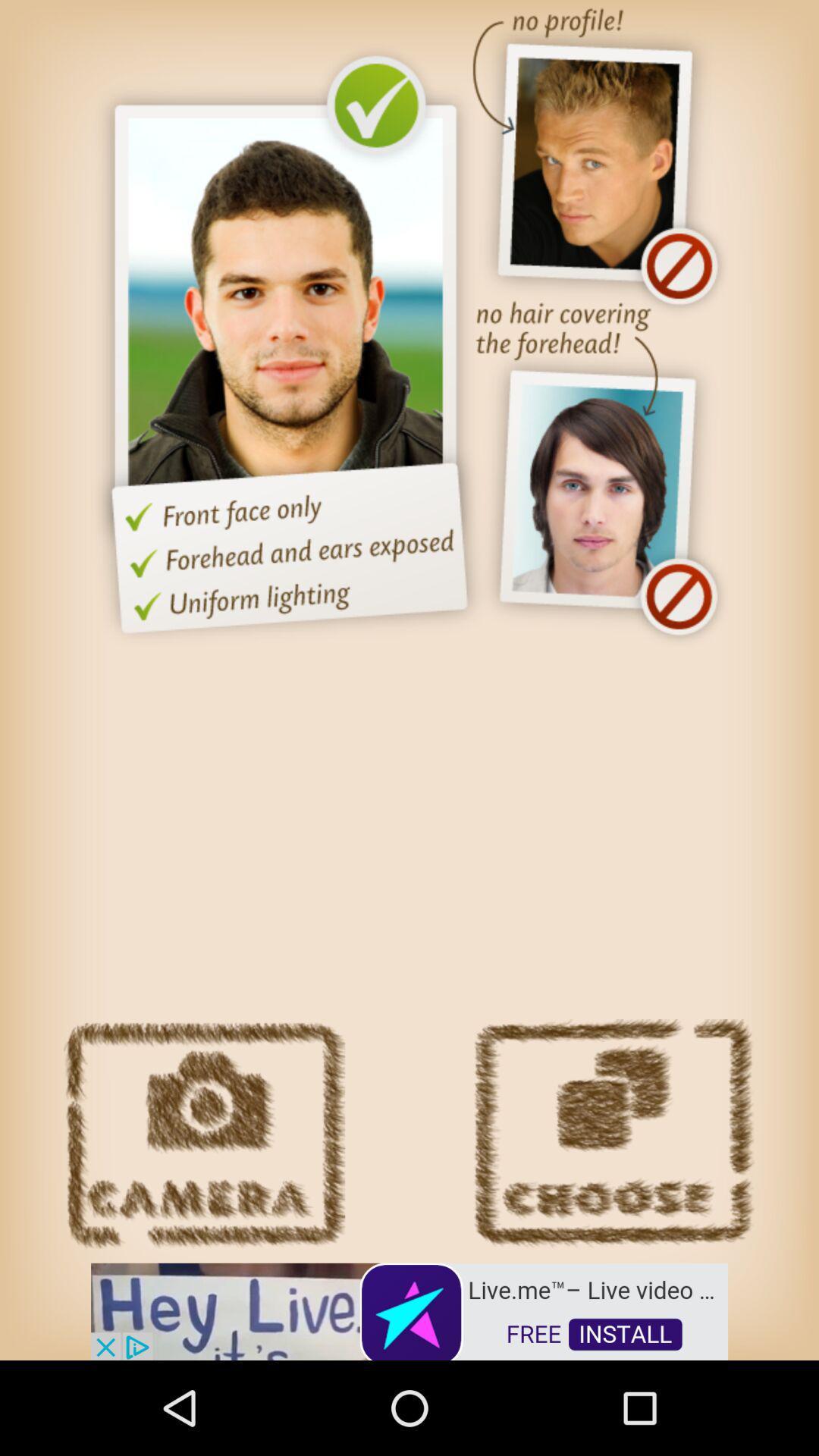  I want to click on choose, so click(613, 1134).